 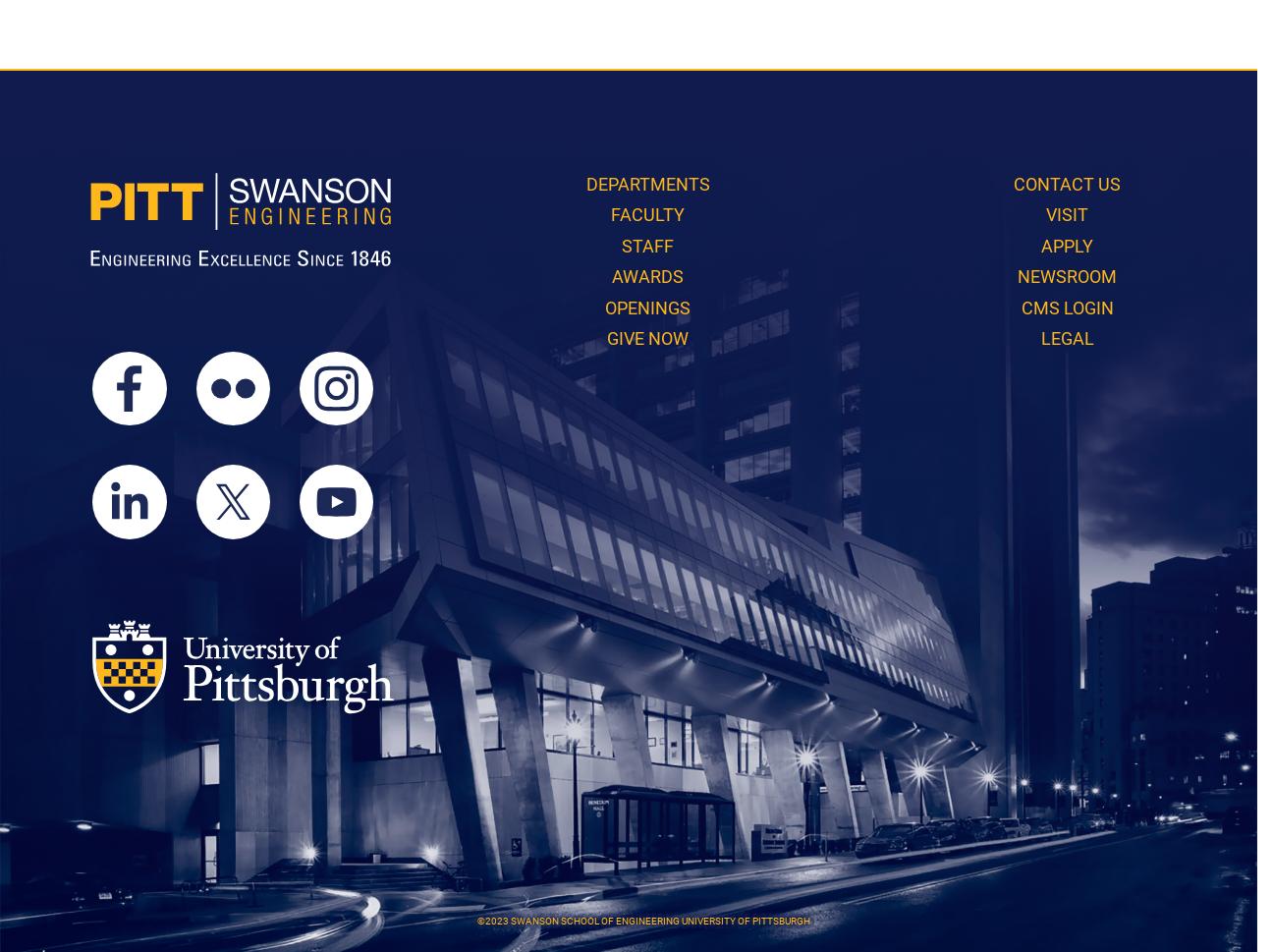 I want to click on 'Awards', so click(x=647, y=276).